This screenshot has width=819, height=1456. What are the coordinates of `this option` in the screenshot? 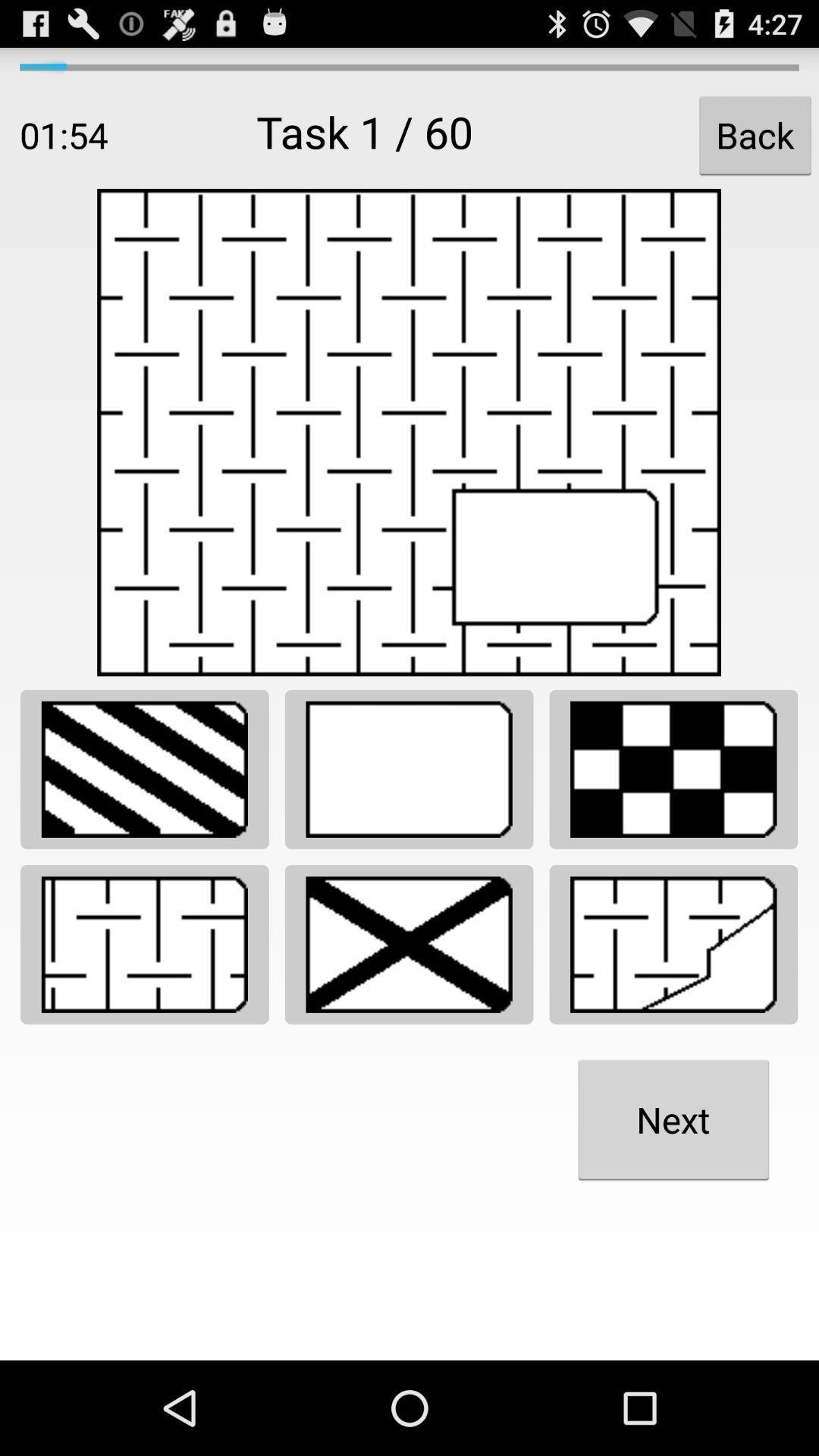 It's located at (673, 769).